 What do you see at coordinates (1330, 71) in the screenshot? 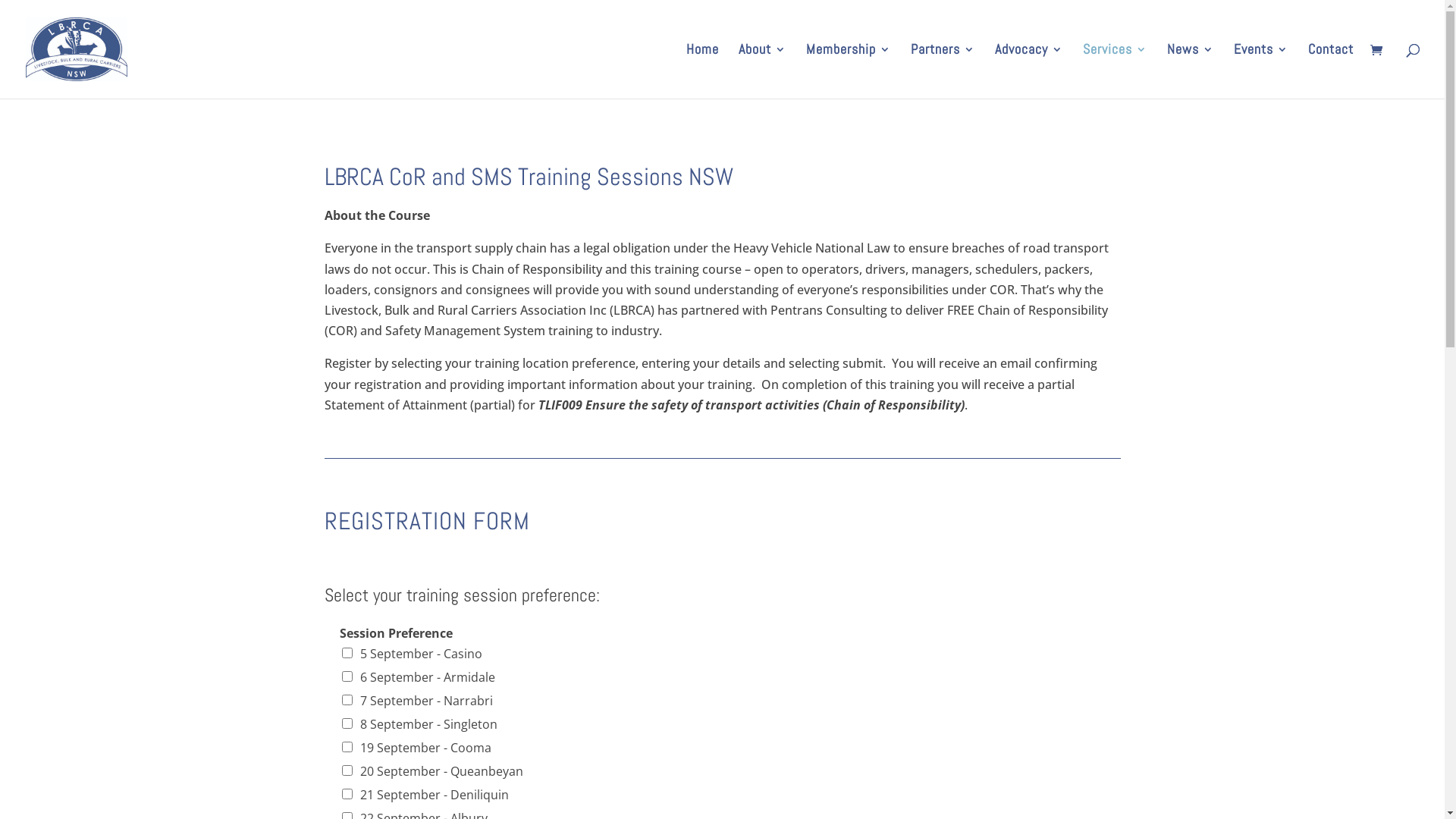
I see `'Contact'` at bounding box center [1330, 71].